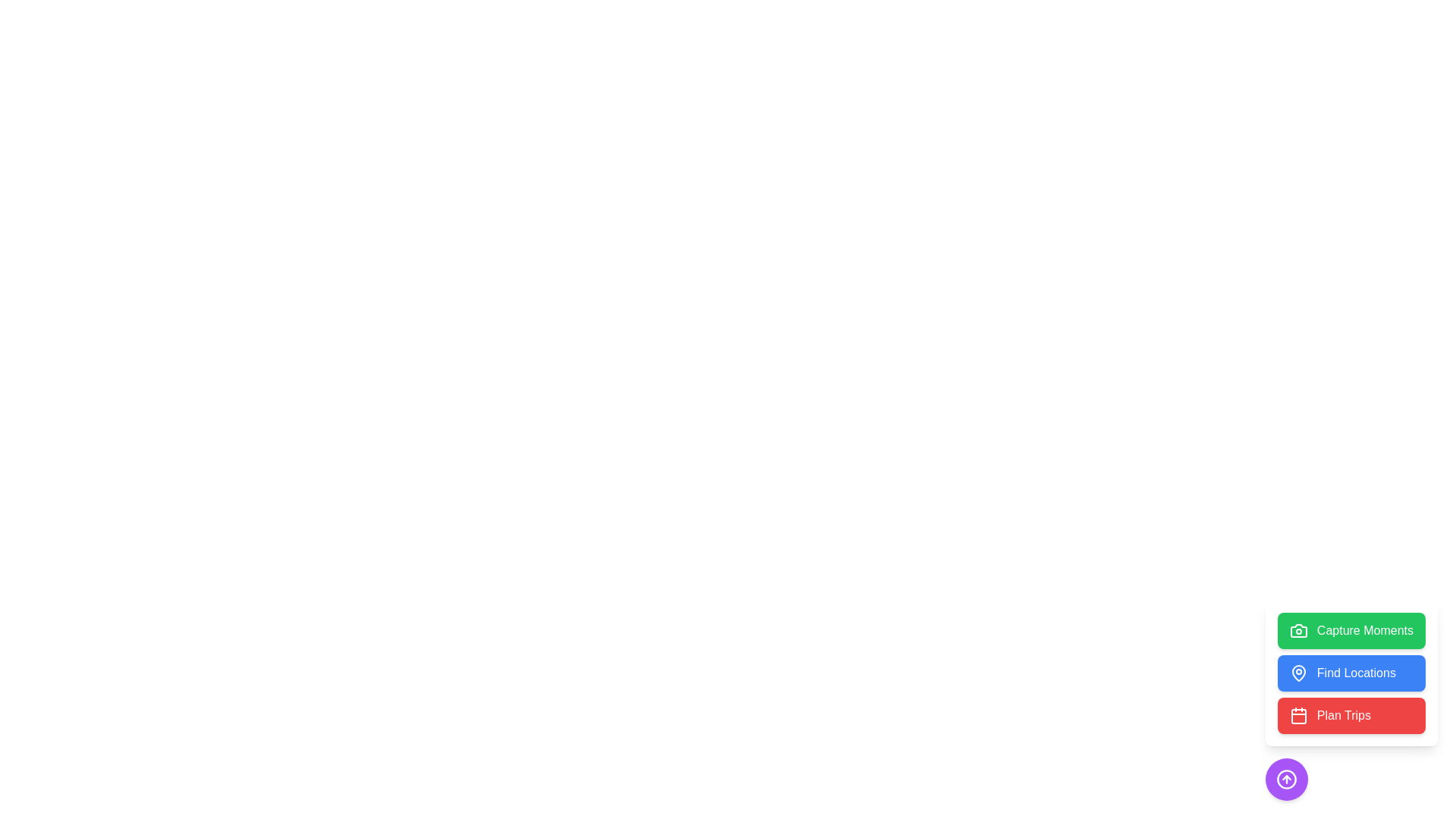  What do you see at coordinates (1351, 631) in the screenshot?
I see `'Capture Moments' button to initiate the capture action` at bounding box center [1351, 631].